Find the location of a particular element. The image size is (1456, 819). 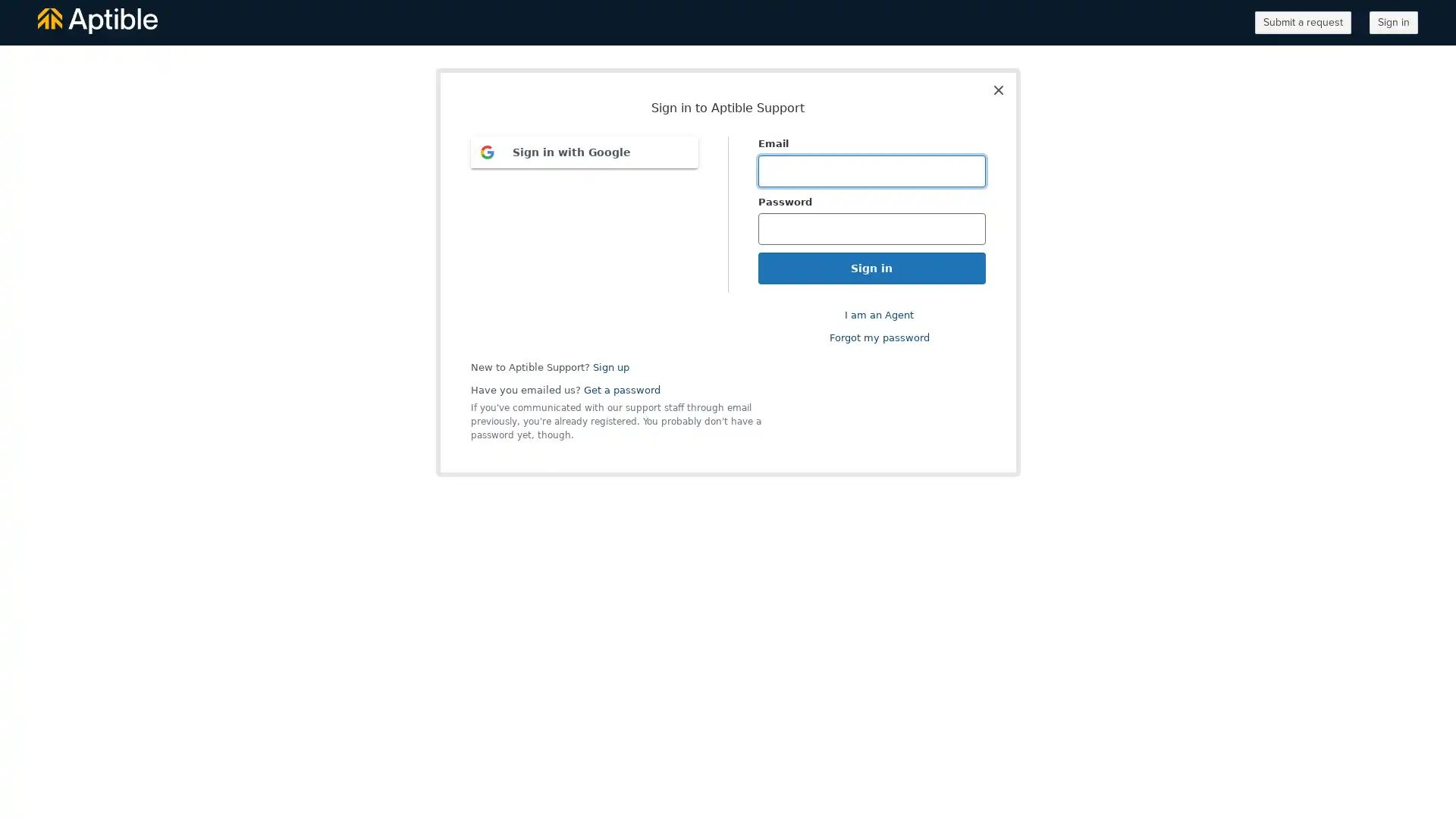

Submit a request is located at coordinates (1302, 23).